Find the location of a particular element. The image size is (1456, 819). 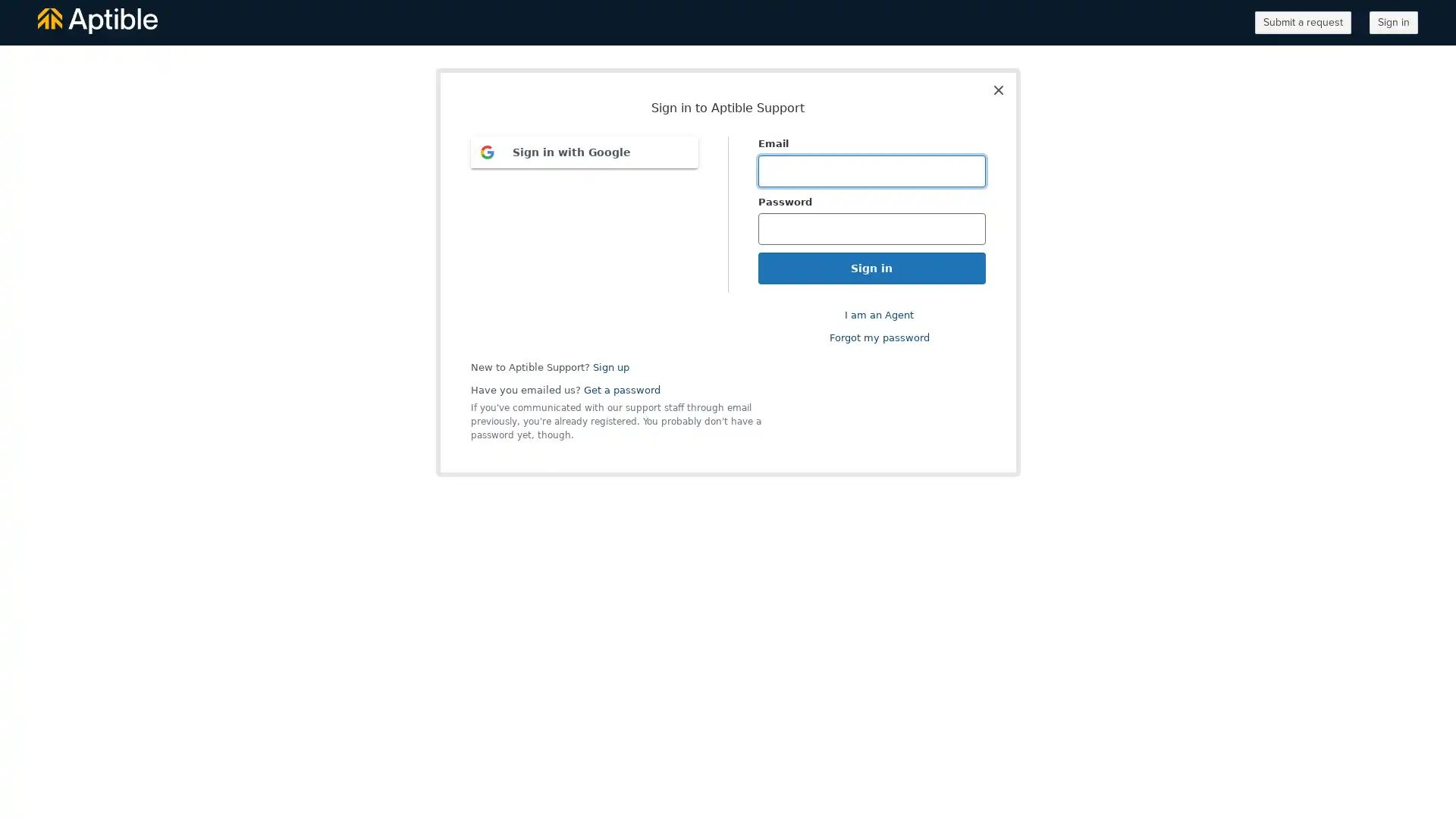

Submit a request is located at coordinates (1302, 23).